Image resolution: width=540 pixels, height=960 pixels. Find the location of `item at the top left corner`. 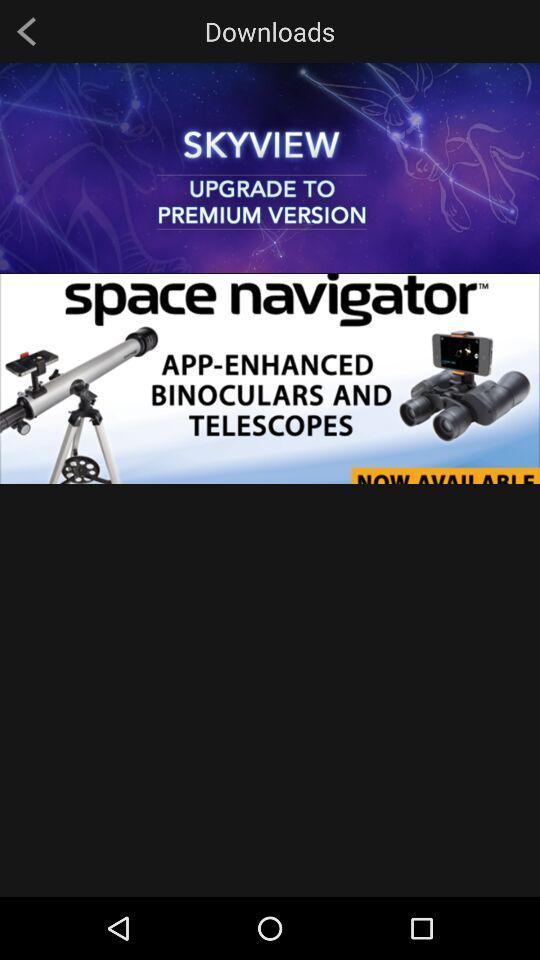

item at the top left corner is located at coordinates (25, 30).